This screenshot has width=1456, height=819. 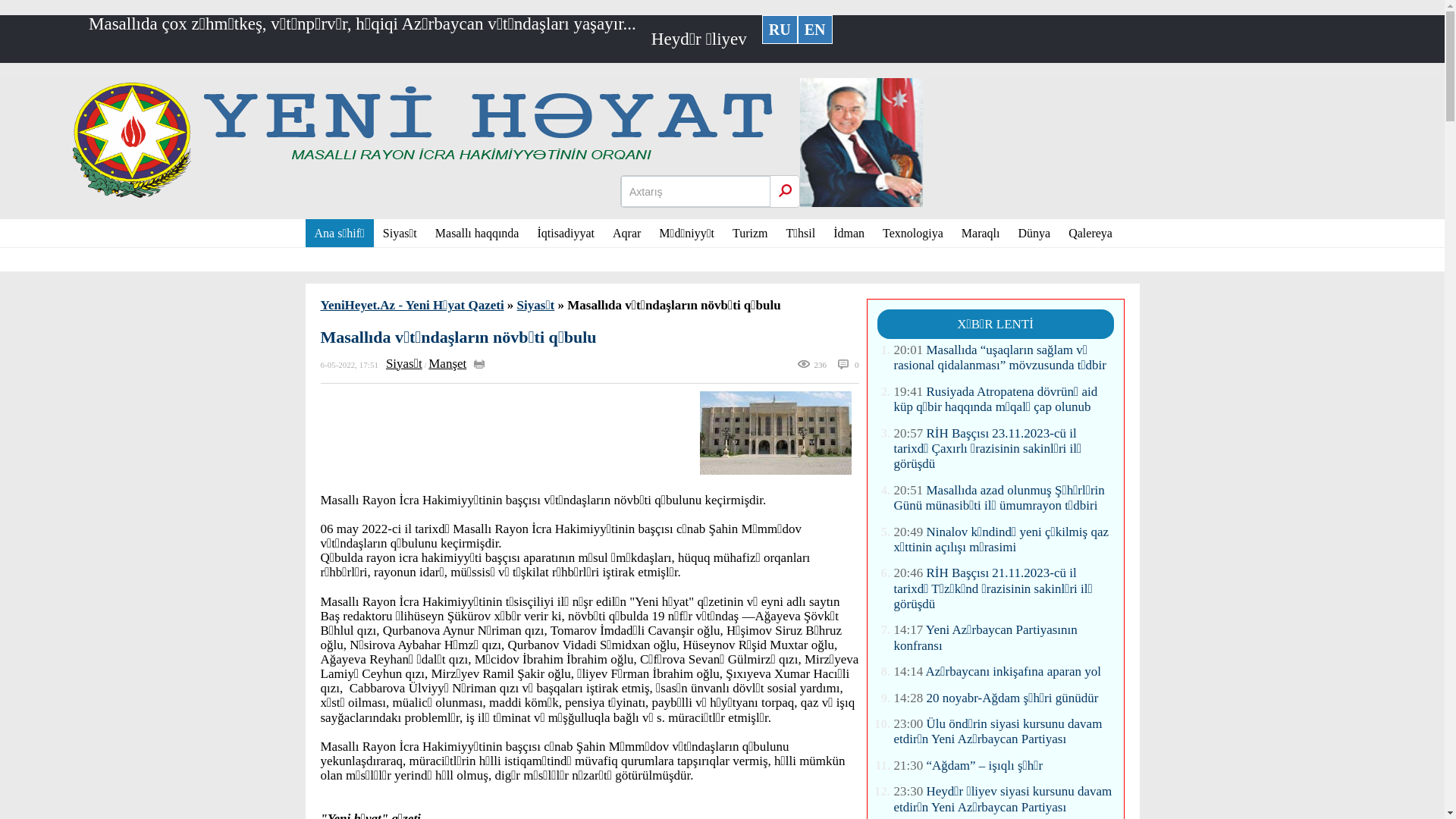 What do you see at coordinates (814, 29) in the screenshot?
I see `'EN'` at bounding box center [814, 29].